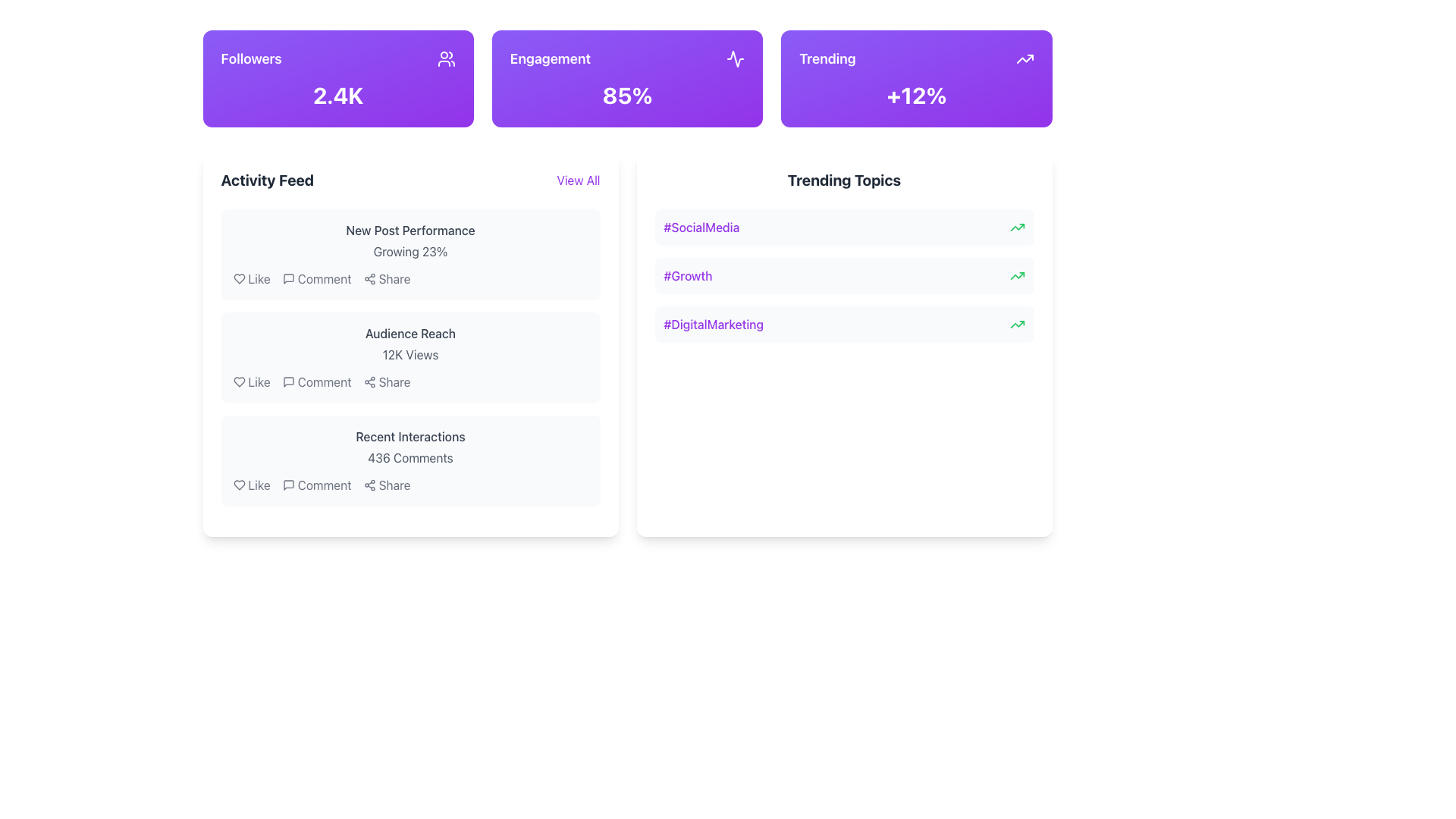  Describe the element at coordinates (252, 278) in the screenshot. I see `the 'Like' button located below the 'New Post Performance' section in the 'Activity Feed' to express approval of the associated content` at that location.